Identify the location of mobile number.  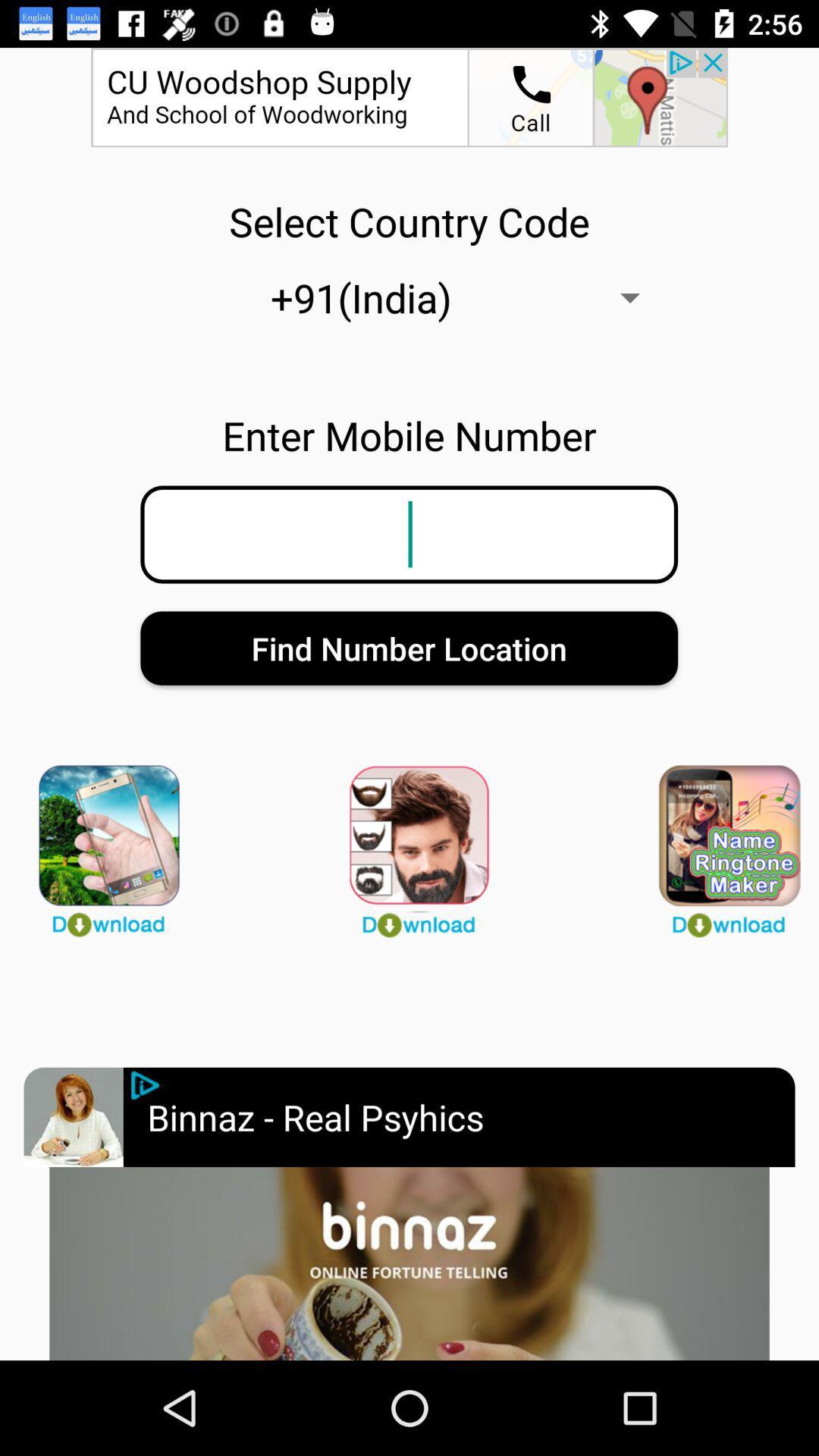
(408, 535).